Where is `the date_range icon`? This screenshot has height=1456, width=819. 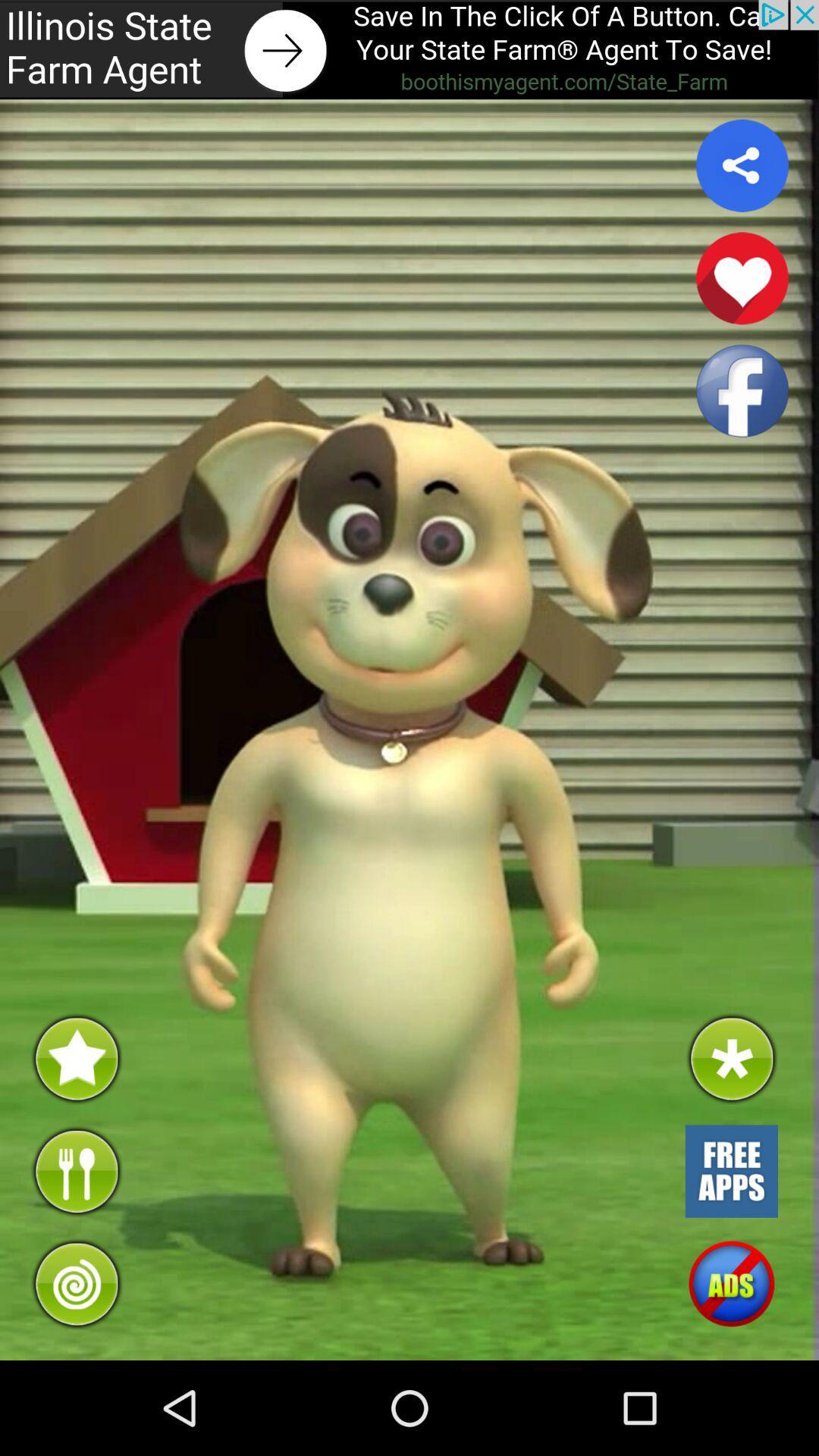 the date_range icon is located at coordinates (730, 1254).